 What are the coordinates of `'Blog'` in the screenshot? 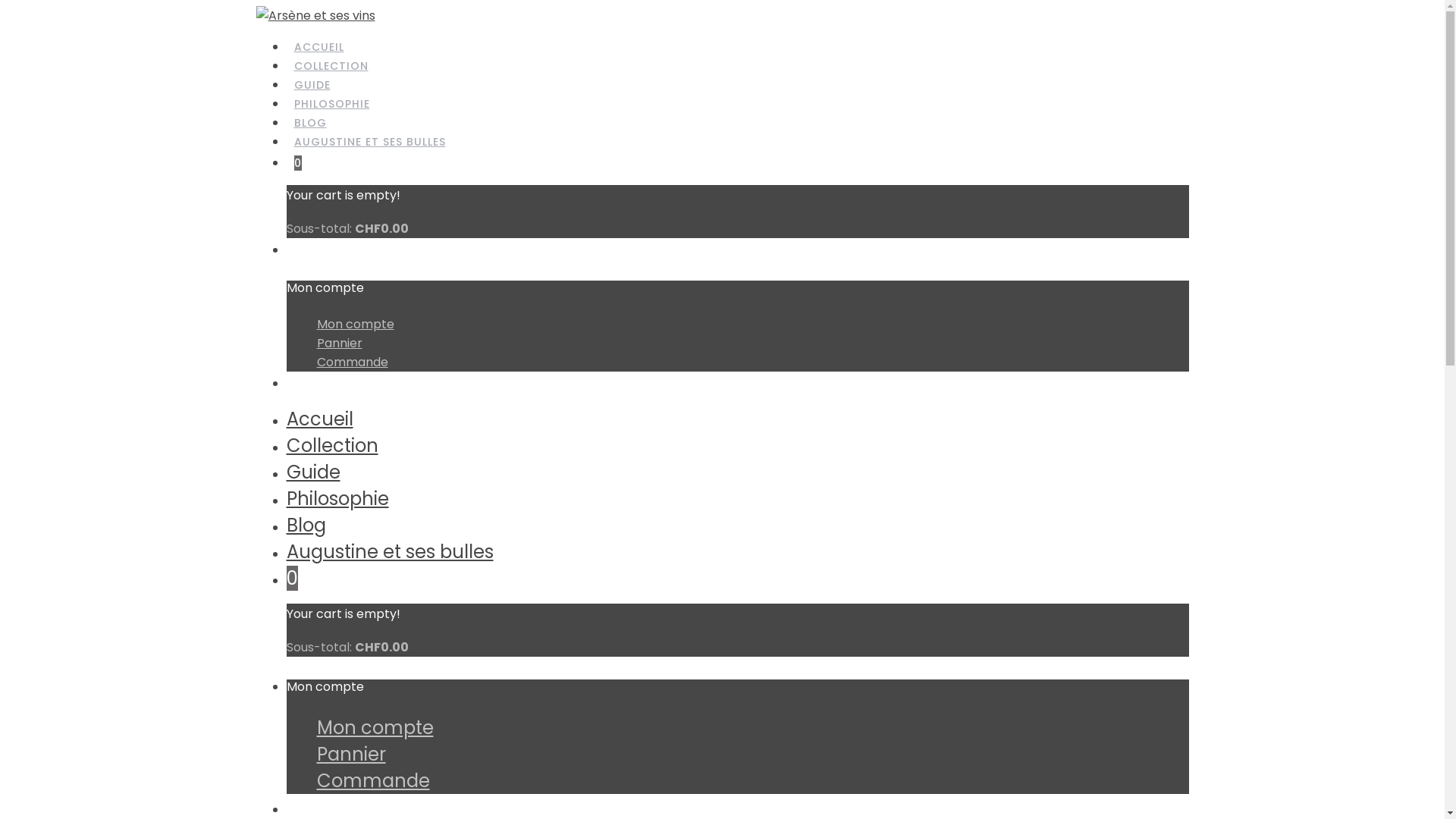 It's located at (305, 524).